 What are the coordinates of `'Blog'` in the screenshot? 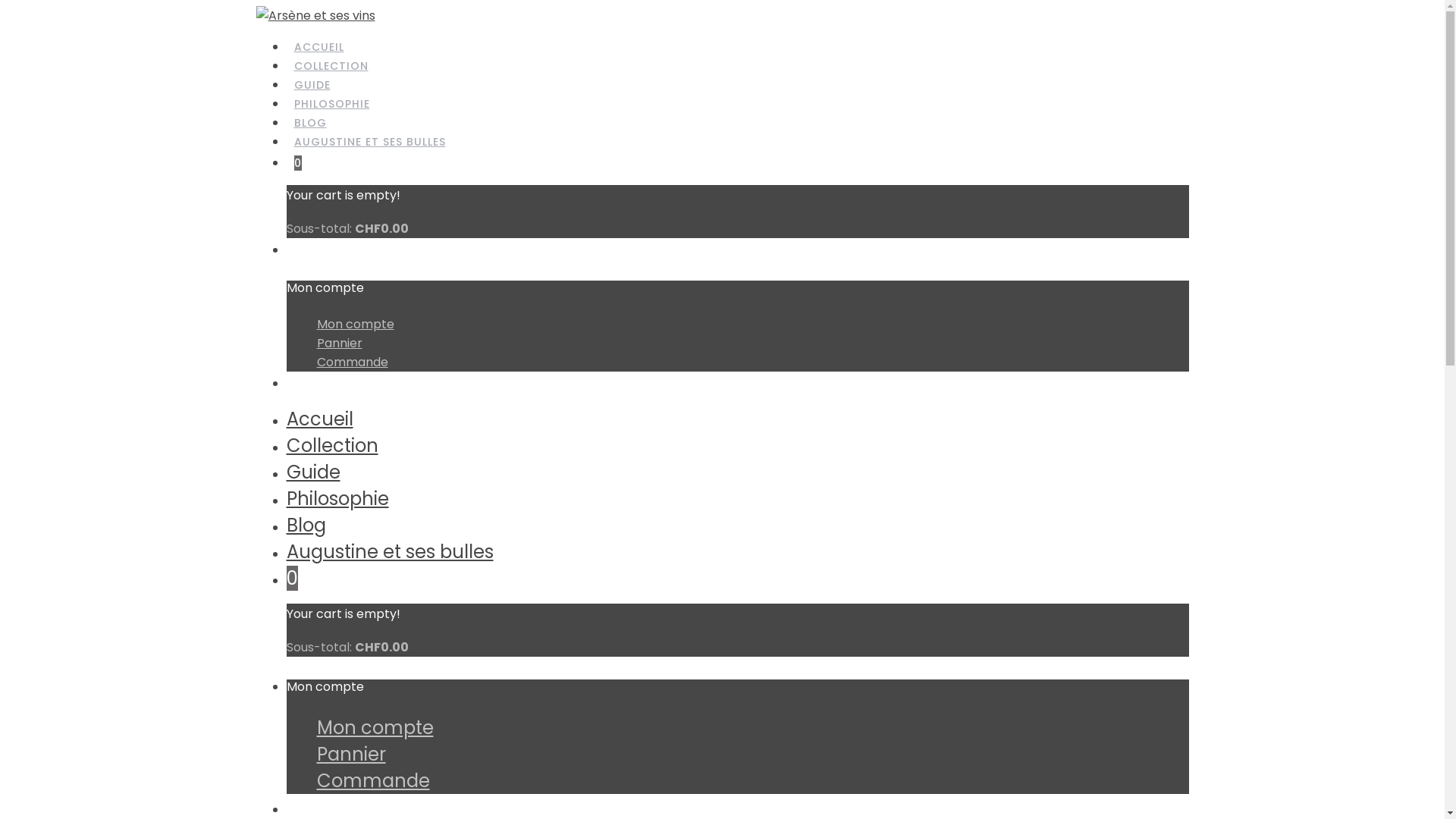 It's located at (305, 524).